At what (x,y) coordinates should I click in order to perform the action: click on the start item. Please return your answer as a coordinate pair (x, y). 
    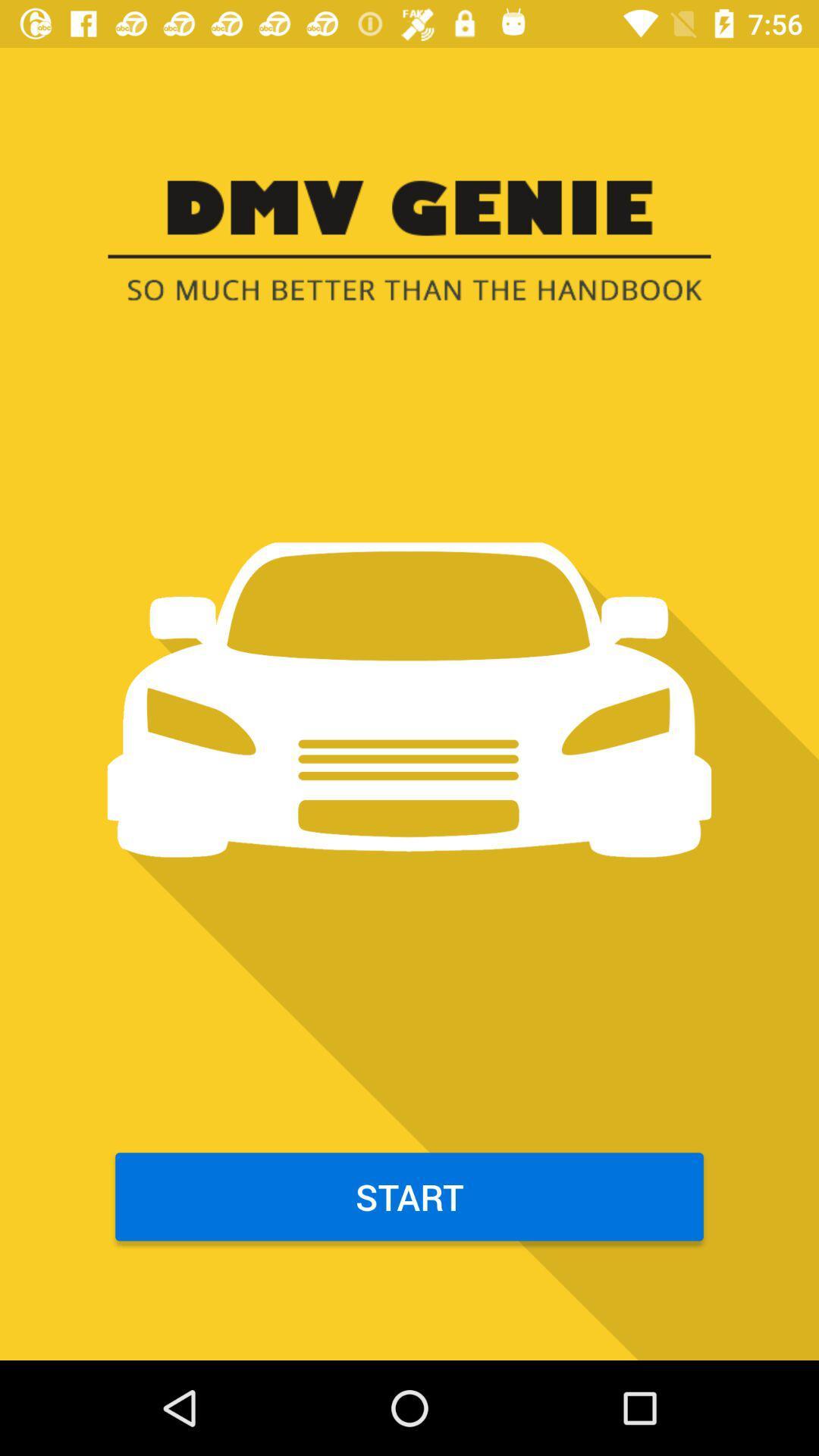
    Looking at the image, I should click on (409, 1196).